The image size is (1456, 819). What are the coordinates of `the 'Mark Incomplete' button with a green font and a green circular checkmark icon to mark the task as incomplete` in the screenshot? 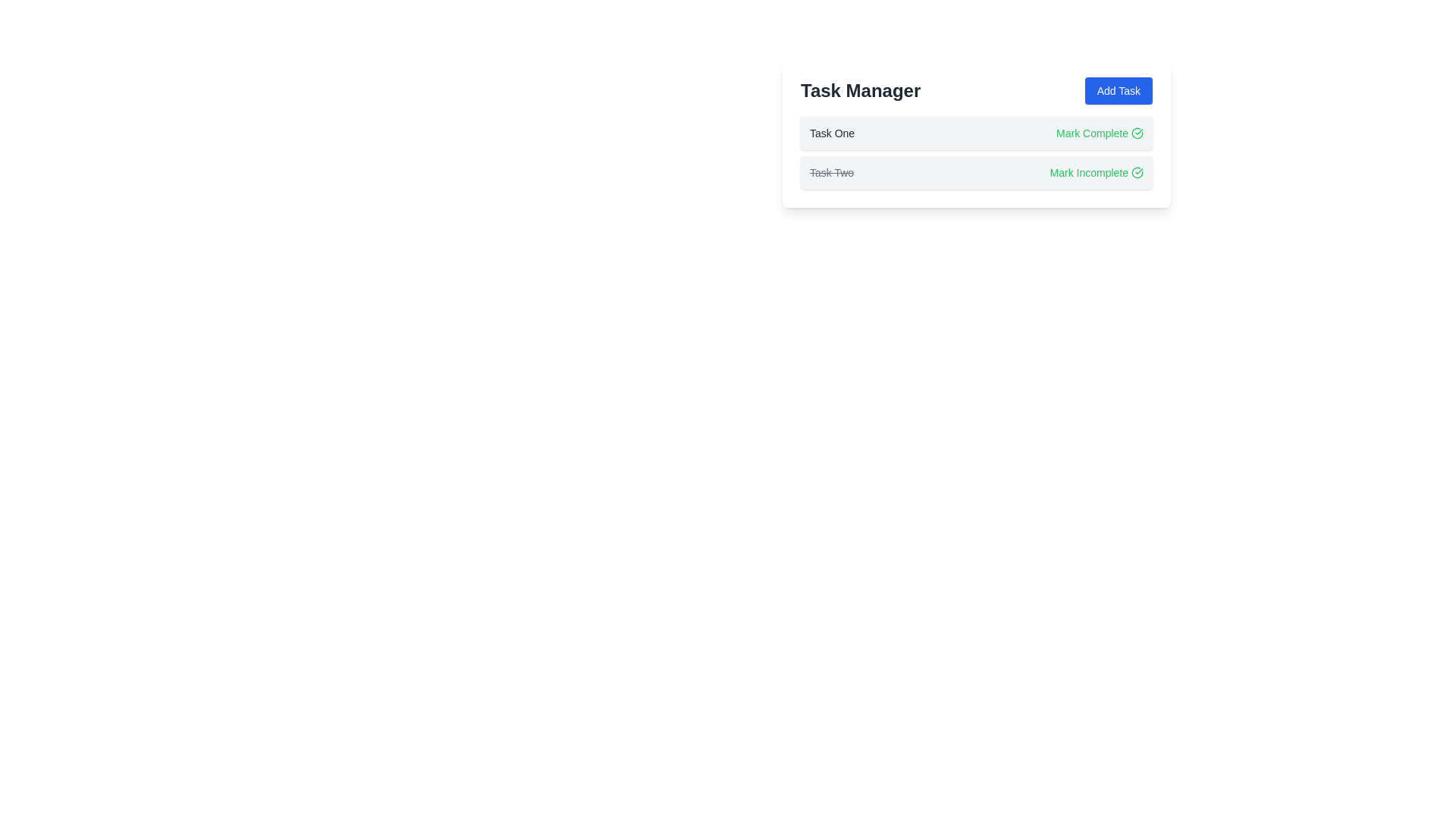 It's located at (1097, 171).